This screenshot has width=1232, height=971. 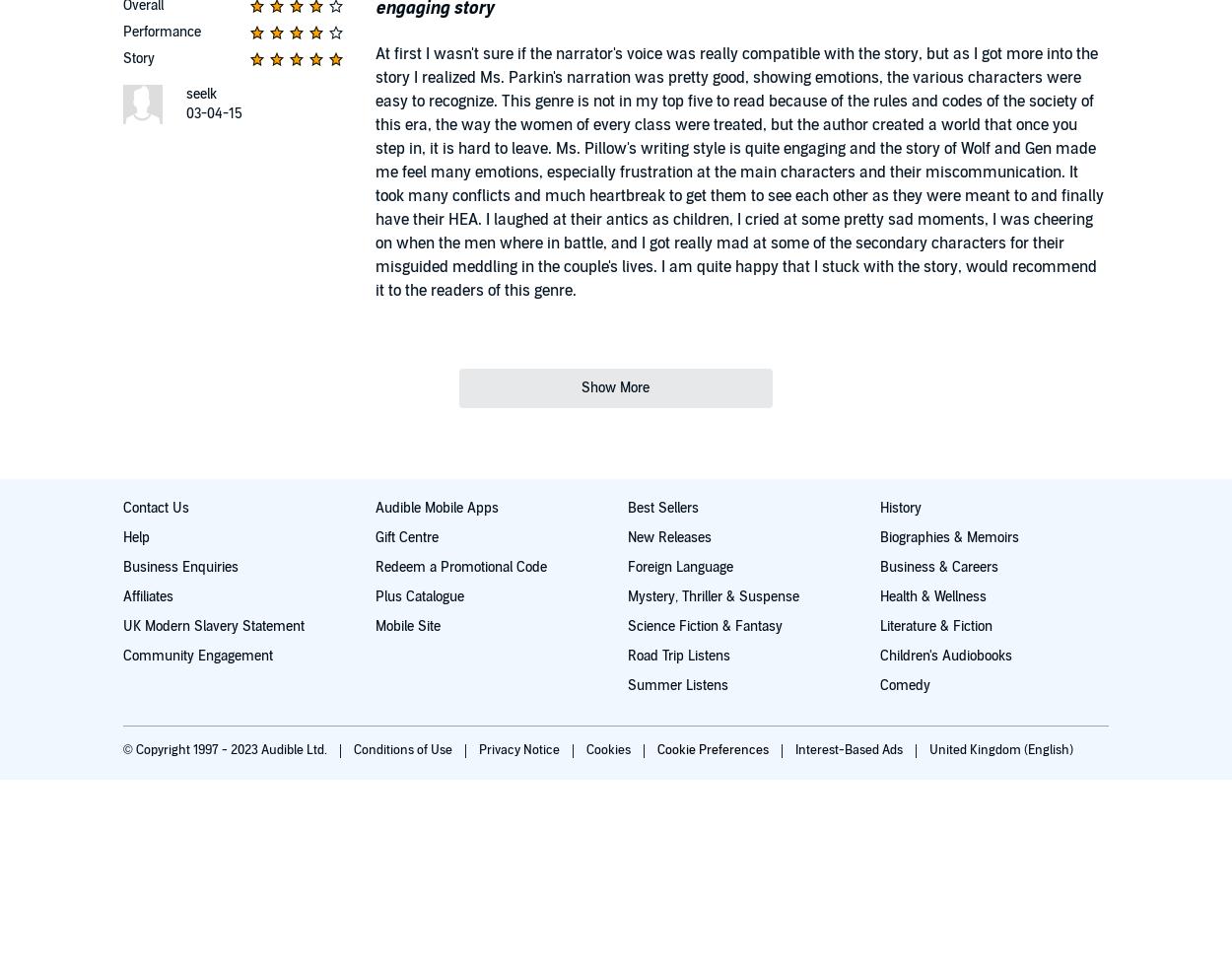 I want to click on '© Copyright 1997 - 2023 Audible Ltd.', so click(x=225, y=750).